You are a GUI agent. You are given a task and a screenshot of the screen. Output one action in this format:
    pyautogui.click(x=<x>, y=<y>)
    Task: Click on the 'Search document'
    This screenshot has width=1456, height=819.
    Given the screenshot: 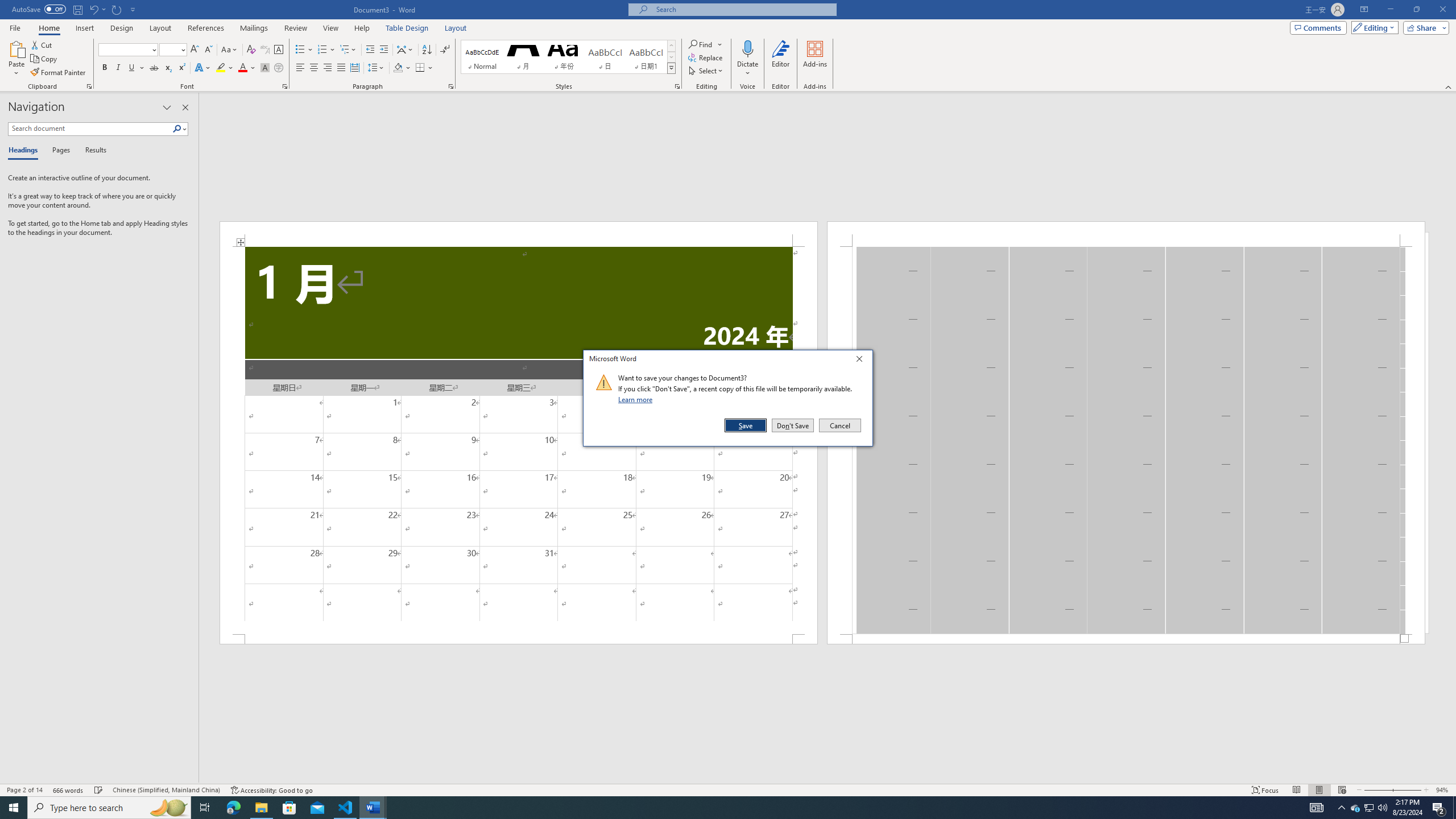 What is the action you would take?
    pyautogui.click(x=90, y=128)
    